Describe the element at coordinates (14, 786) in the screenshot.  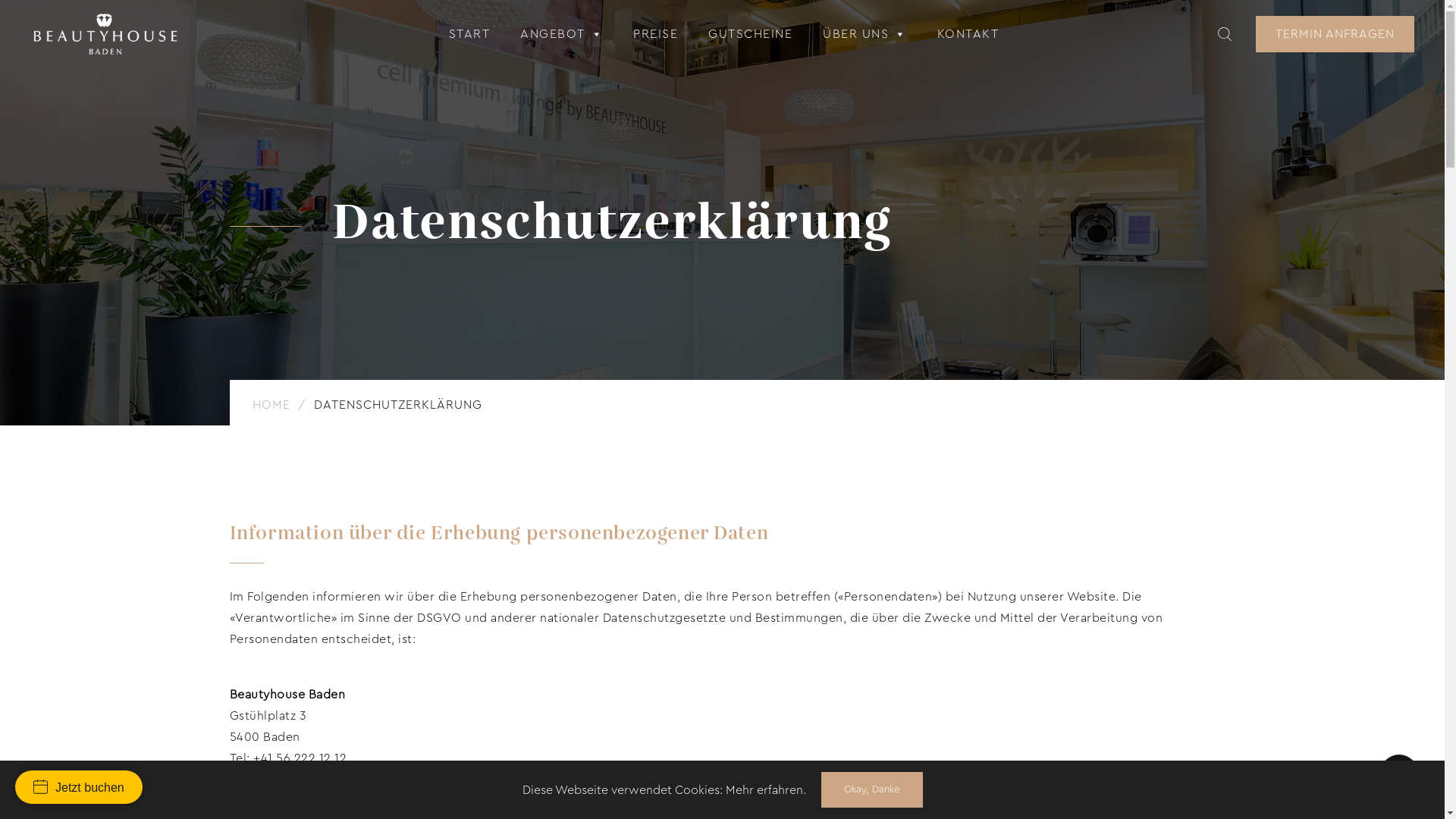
I see `'Jetzt buchen'` at that location.